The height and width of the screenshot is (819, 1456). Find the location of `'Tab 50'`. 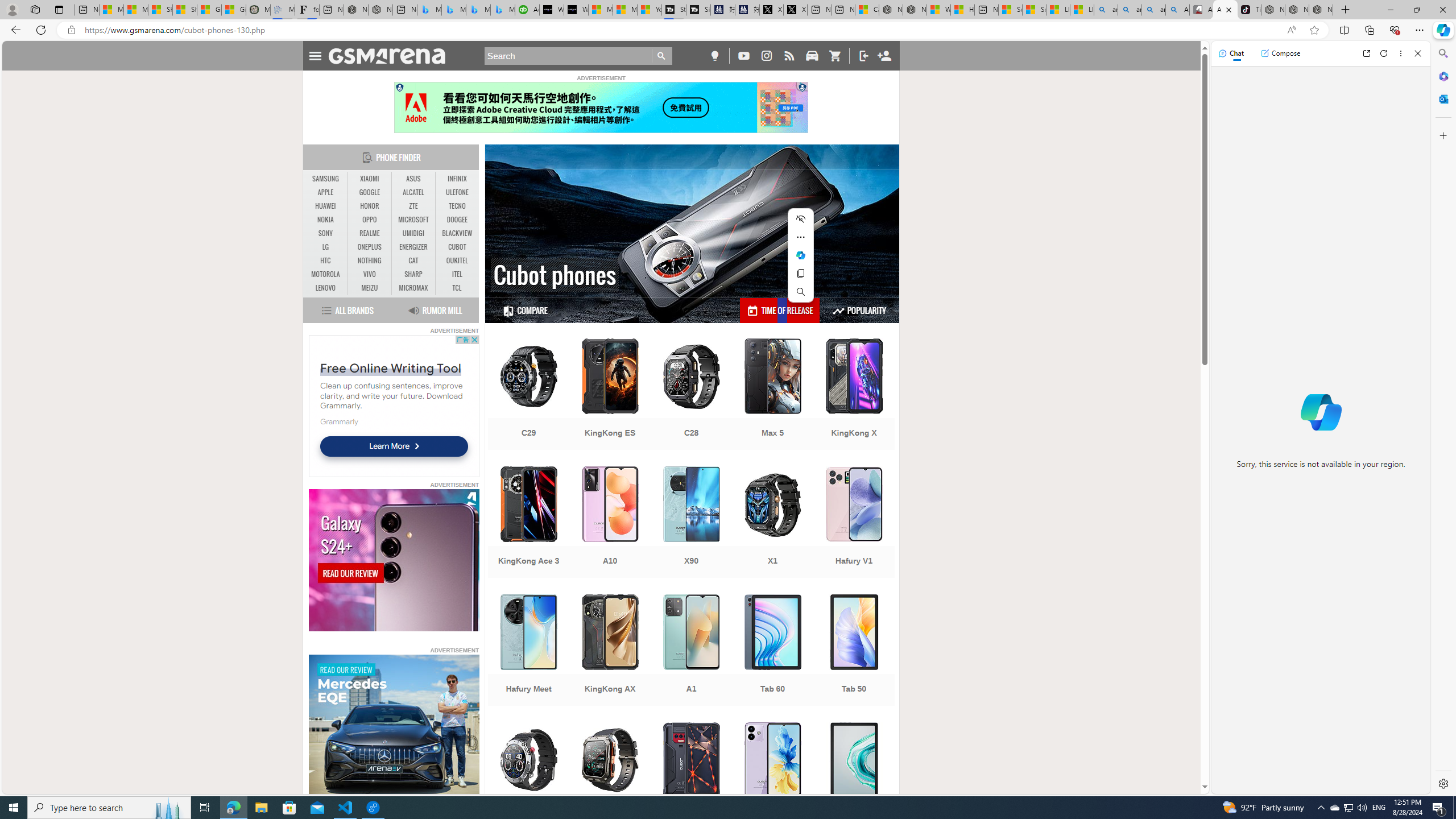

'Tab 50' is located at coordinates (853, 651).